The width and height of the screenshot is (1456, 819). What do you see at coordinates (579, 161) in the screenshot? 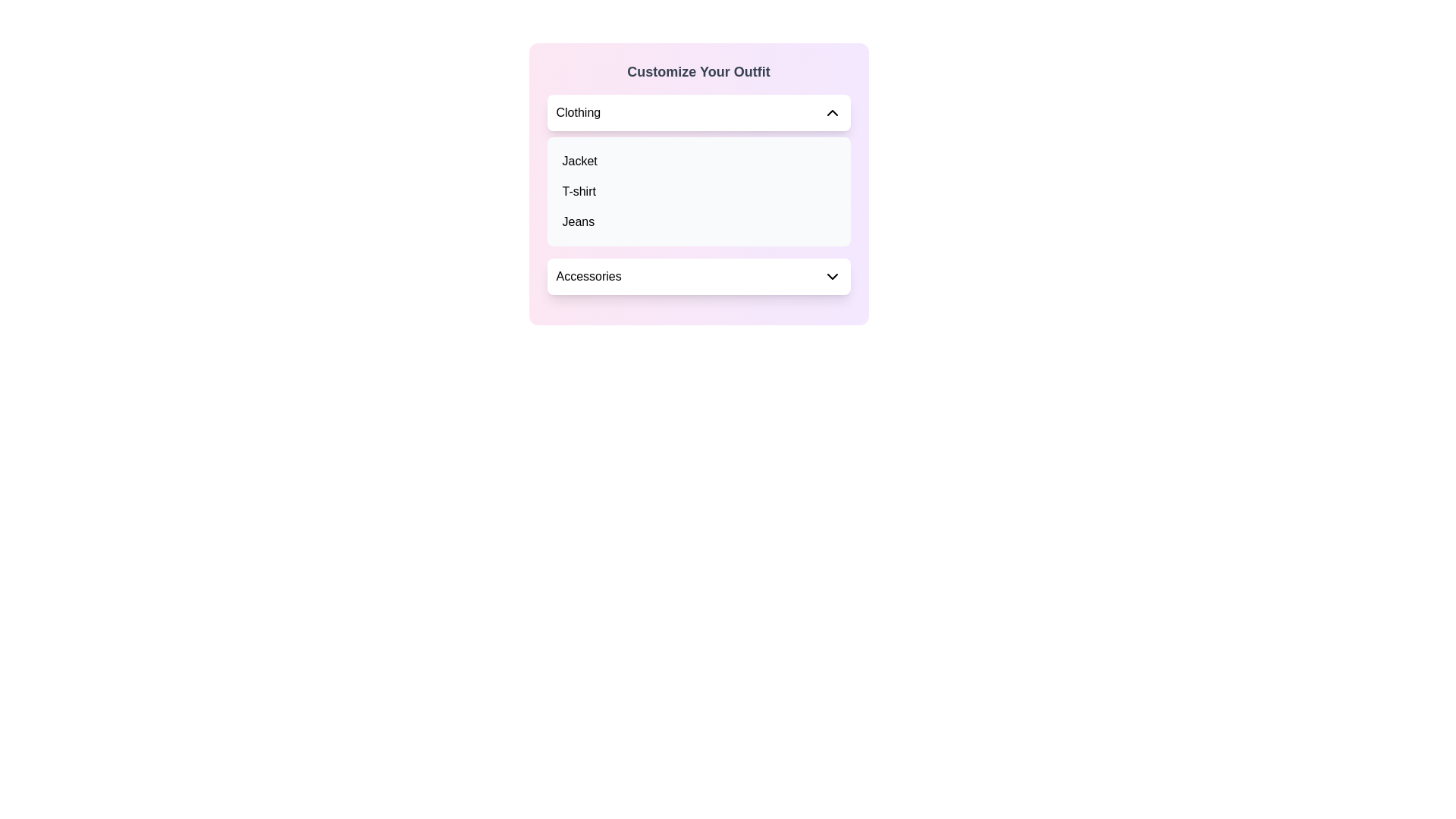
I see `the 'Jacket' category option within the second item of the 'Clothing' dropdown list` at bounding box center [579, 161].